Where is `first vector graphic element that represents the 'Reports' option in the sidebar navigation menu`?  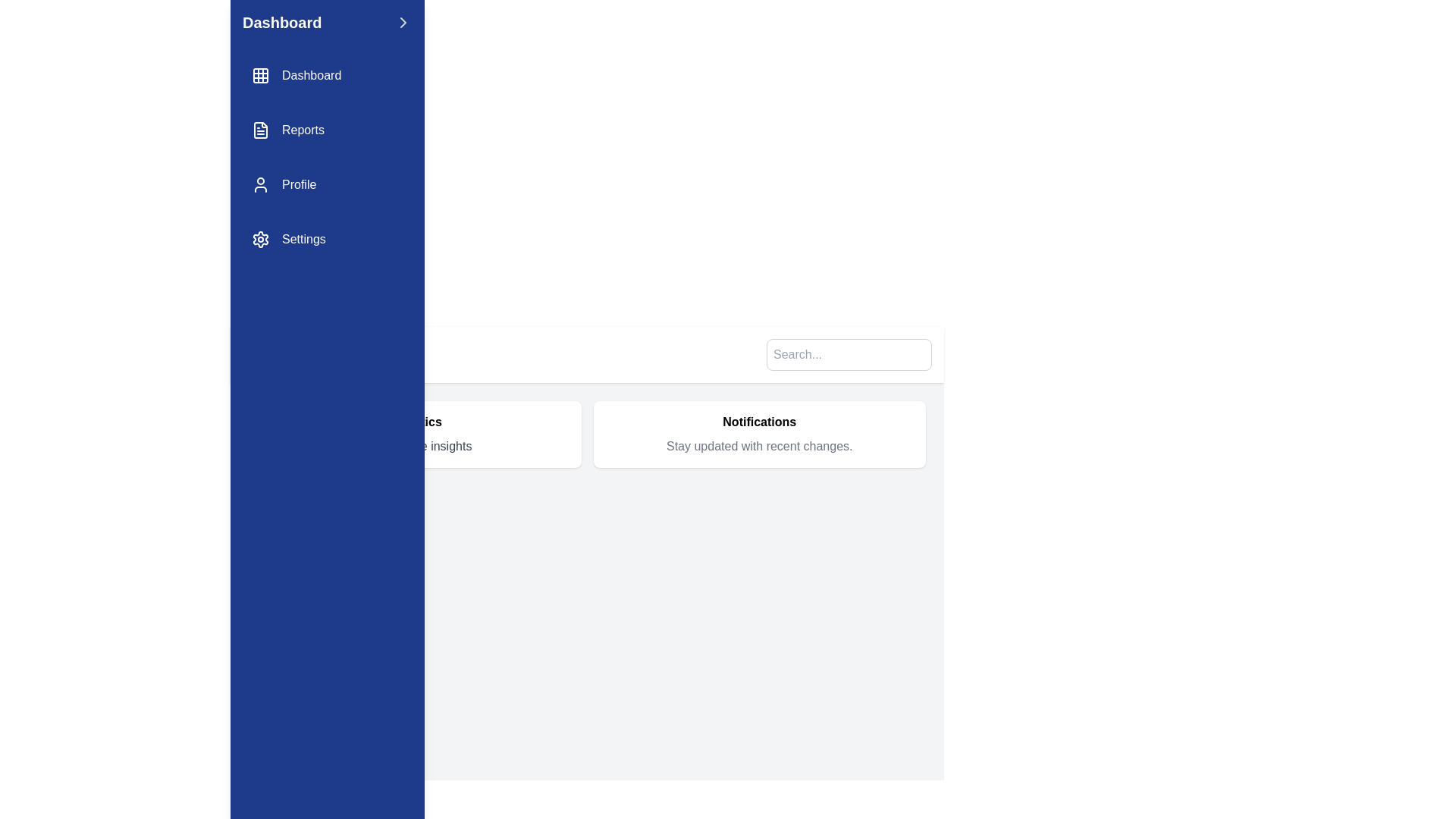 first vector graphic element that represents the 'Reports' option in the sidebar navigation menu is located at coordinates (261, 130).